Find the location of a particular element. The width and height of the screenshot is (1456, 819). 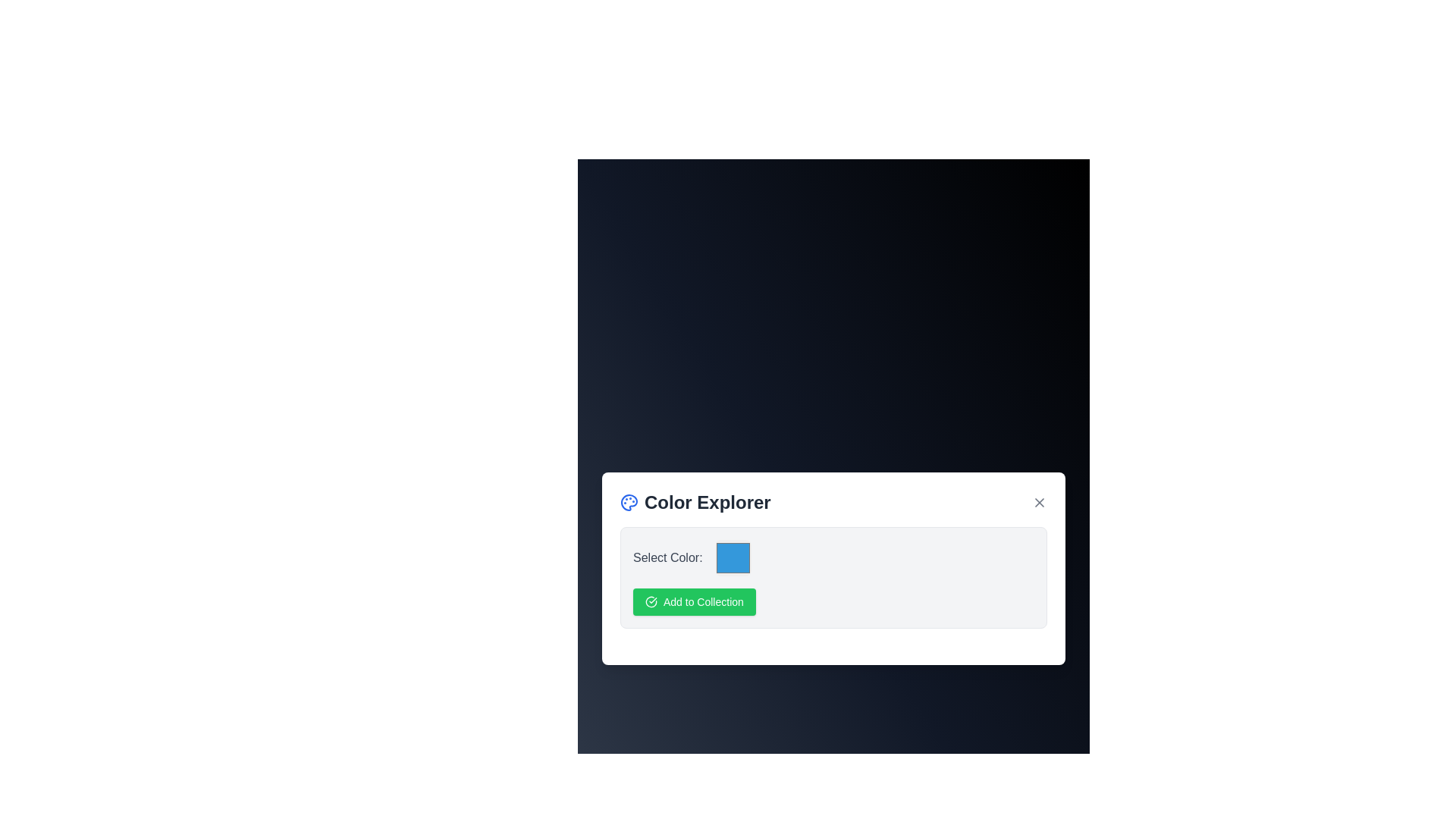

the 'close' button icon in the top-right corner of the 'Color Explorer' header bar to change its color is located at coordinates (1039, 503).